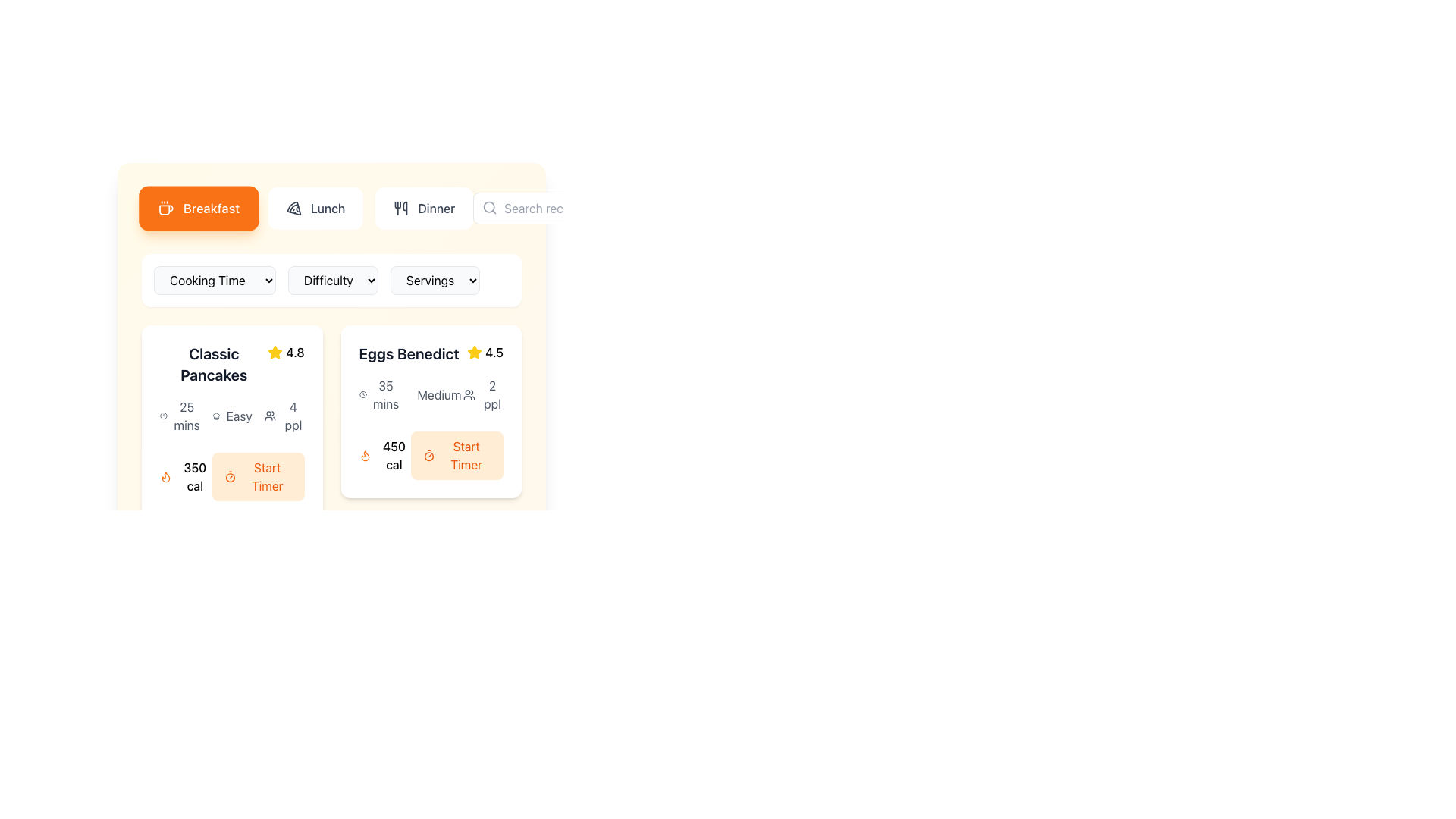 The width and height of the screenshot is (1456, 819). What do you see at coordinates (362, 607) in the screenshot?
I see `the rounded clock icon, which symbolizes time and is located adjacent to the text '20 mins' in the recipe interface for 'Classic Pancakes'` at bounding box center [362, 607].